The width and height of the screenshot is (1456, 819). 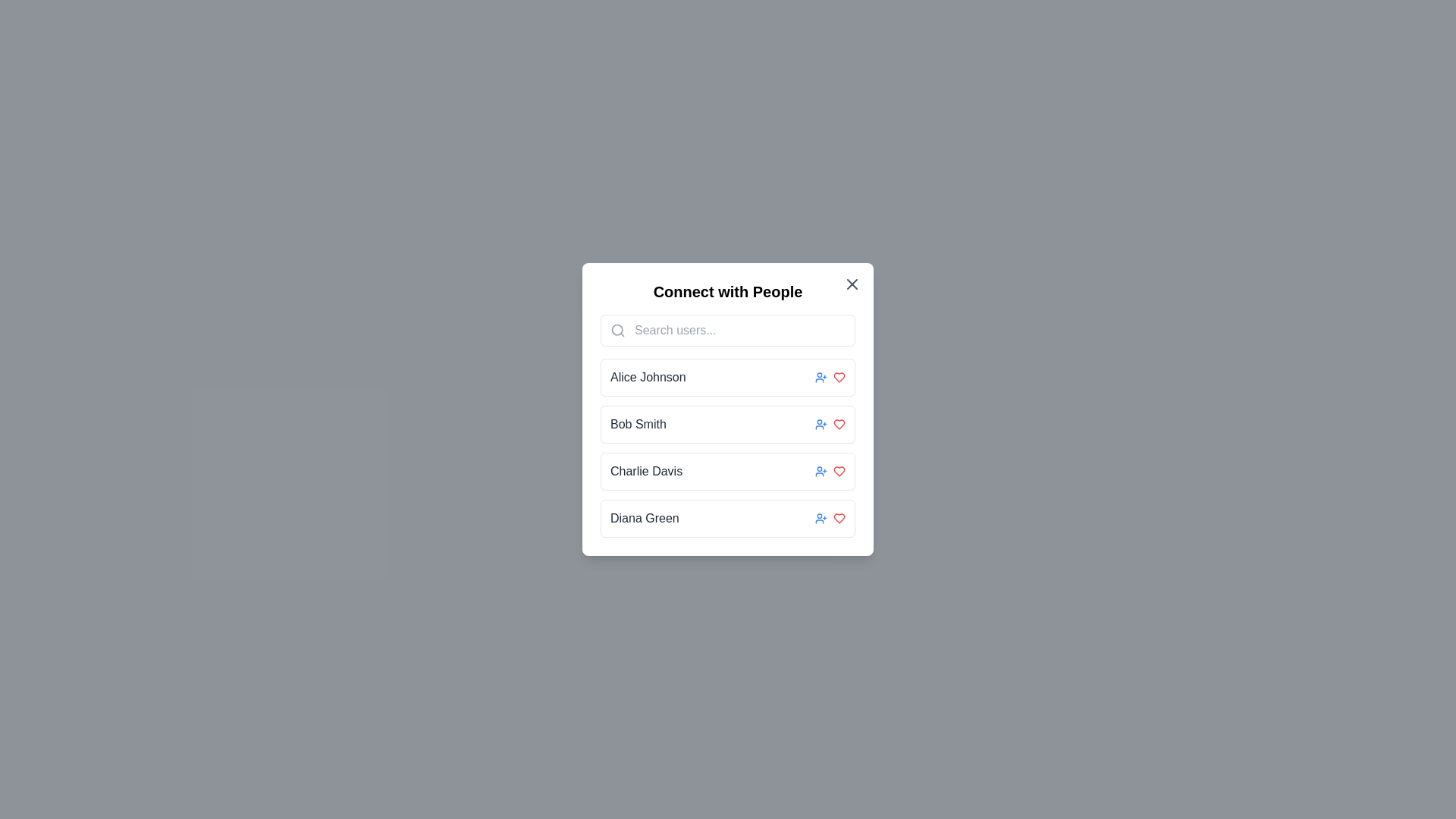 What do you see at coordinates (852, 284) in the screenshot?
I see `the interactive icon (X Close Button) located at the top right corner of the 'Connect with People' dialog to change its color` at bounding box center [852, 284].